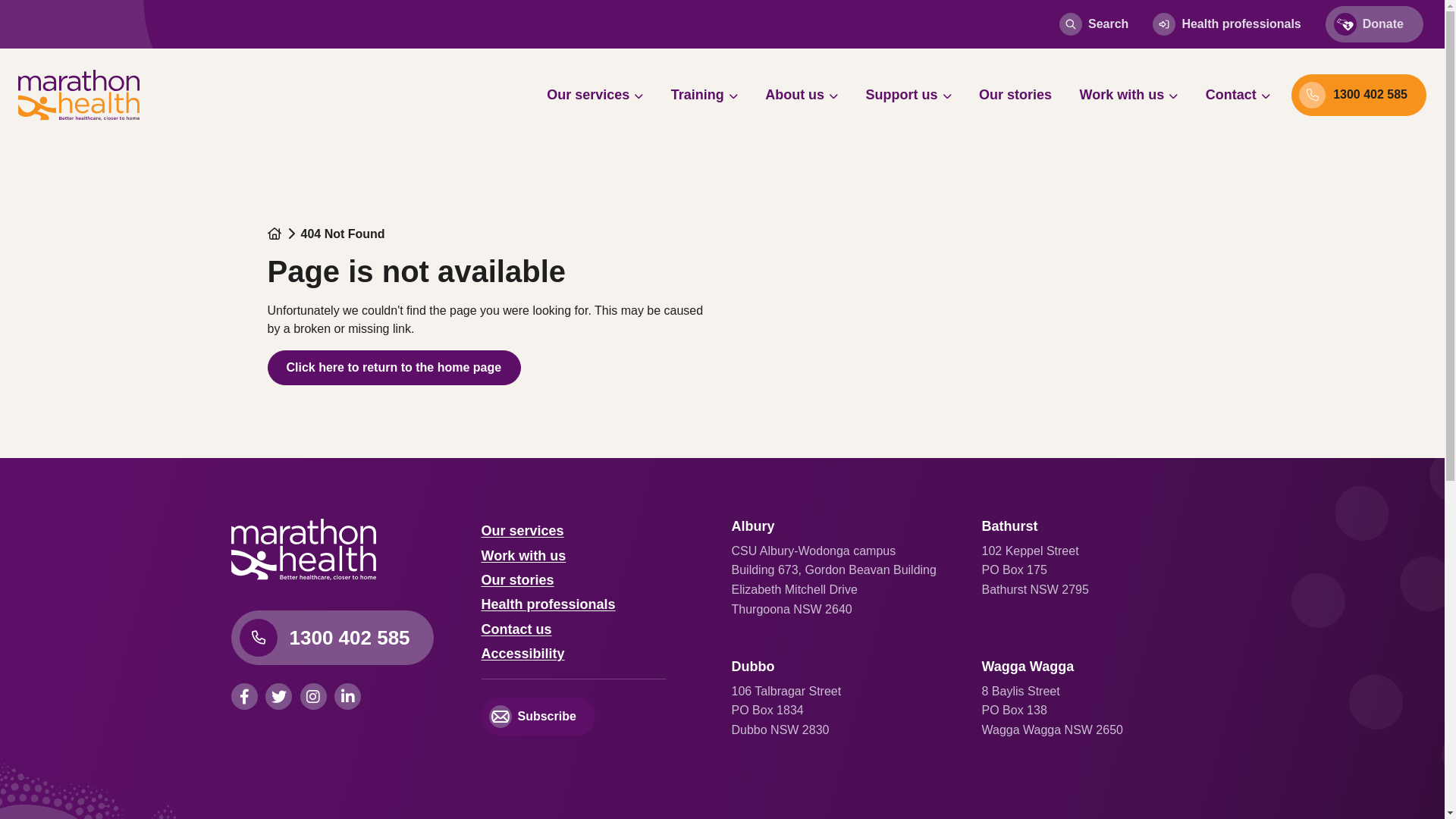 The height and width of the screenshot is (819, 1456). I want to click on 'About us', so click(800, 94).